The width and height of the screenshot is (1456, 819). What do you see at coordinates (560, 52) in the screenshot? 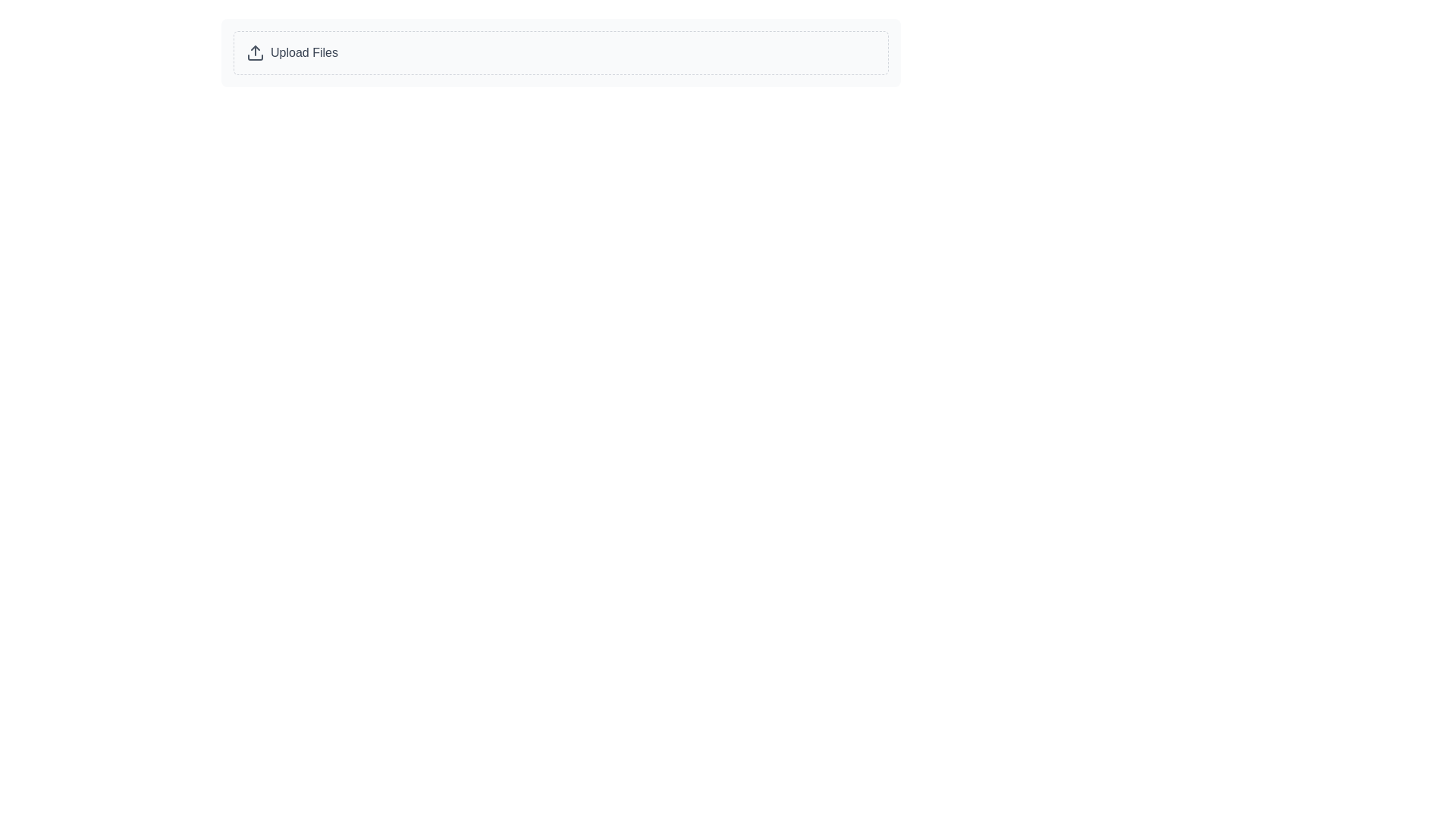
I see `the file upload button located at the top left of its group to trigger hover effects` at bounding box center [560, 52].